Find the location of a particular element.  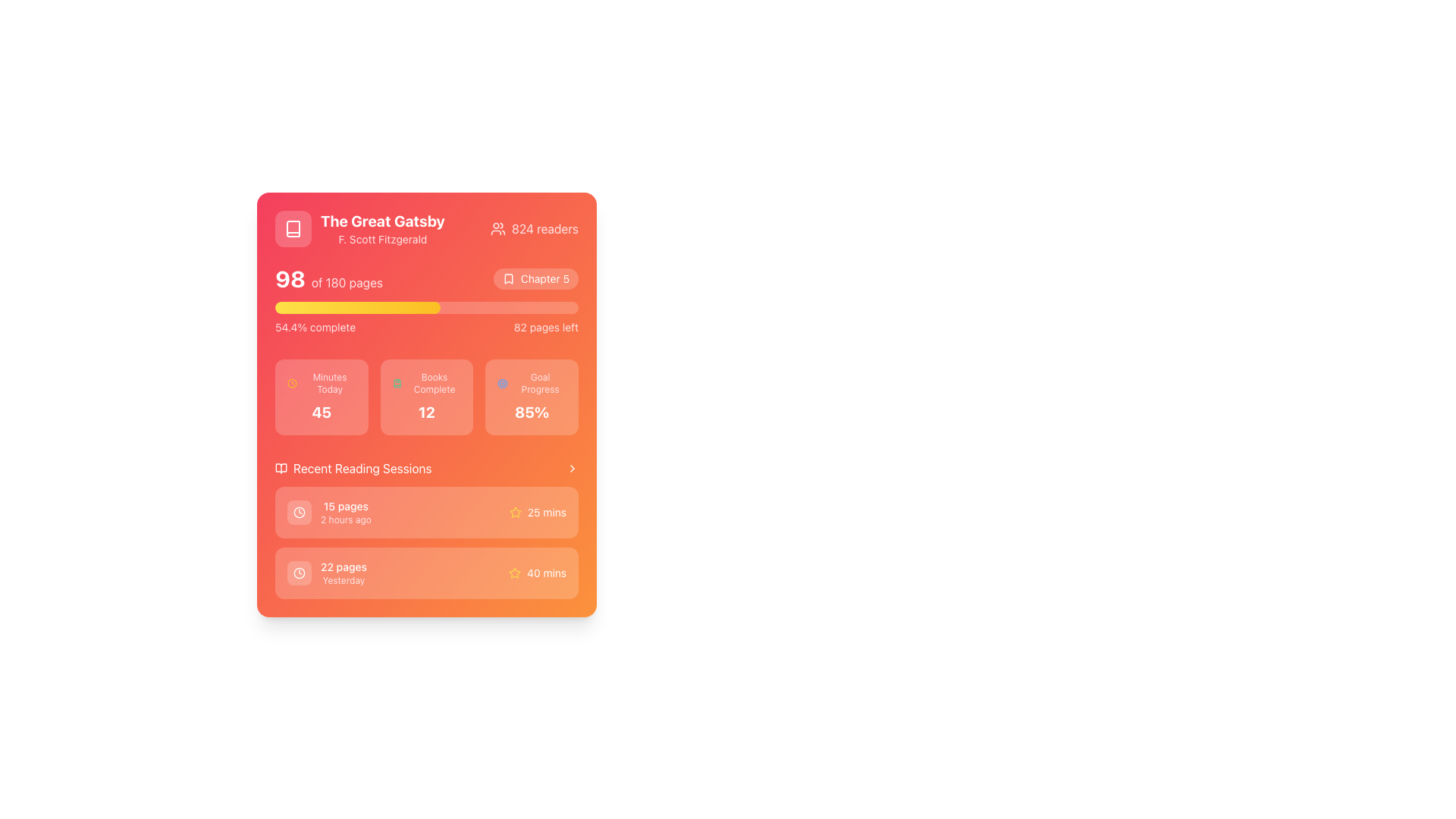

the star icon positioned under the 'Recent Reading Sessions' section, to the immediate left of the text '40 mins' is located at coordinates (515, 573).